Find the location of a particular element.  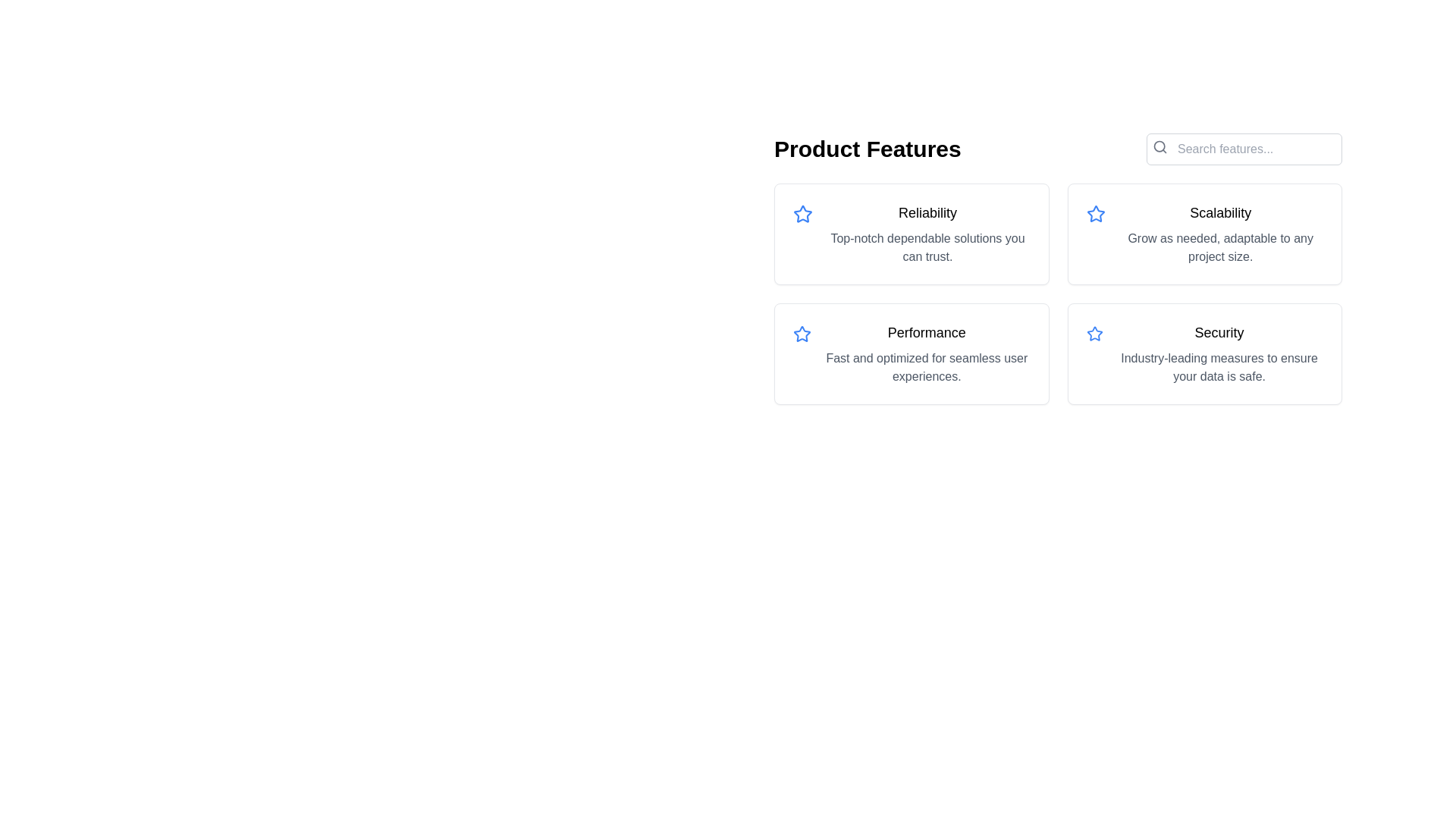

the text label displaying 'Scalability' which is positioned at the top-right of the card component is located at coordinates (1220, 213).